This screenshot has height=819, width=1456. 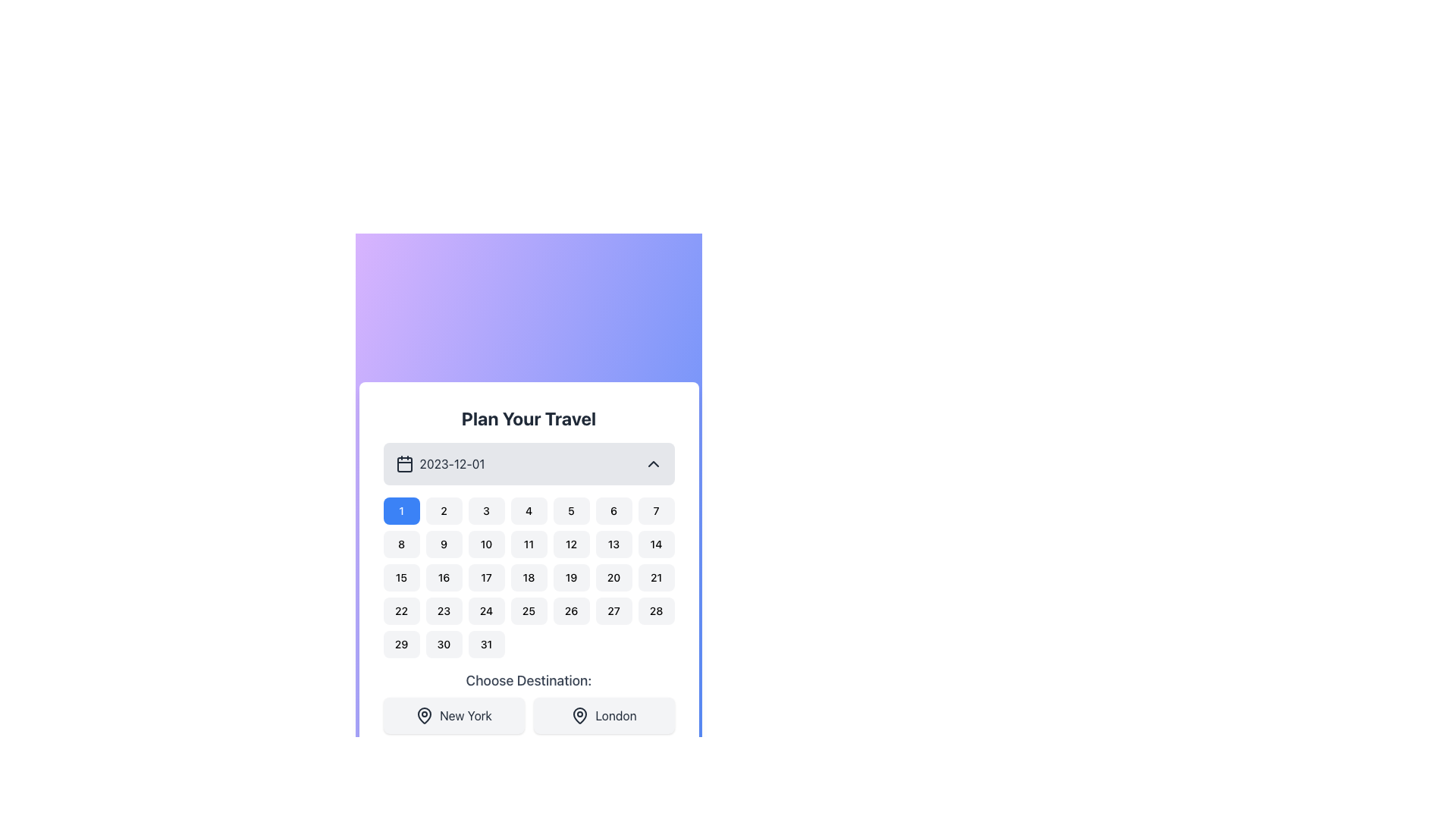 I want to click on the button with the number '21' in the center of a grid item styled like a calendar date, so click(x=656, y=578).